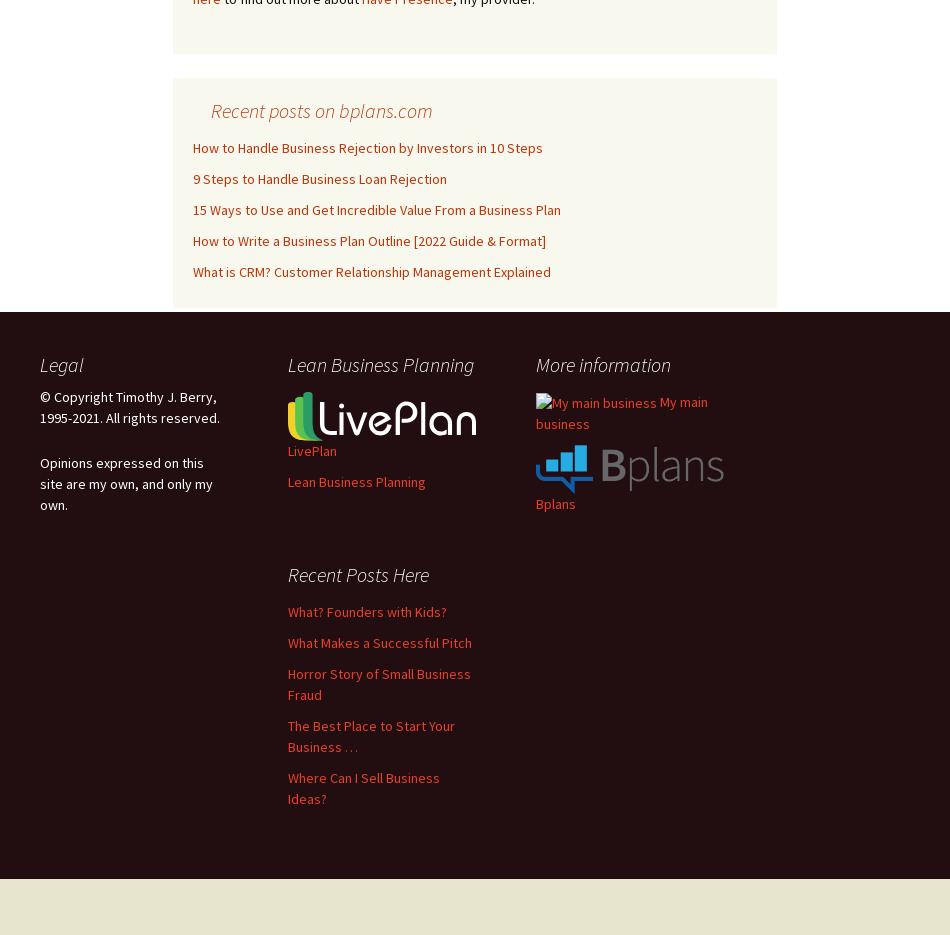  Describe the element at coordinates (363, 786) in the screenshot. I see `'Where Can I Sell Business Ideas?'` at that location.